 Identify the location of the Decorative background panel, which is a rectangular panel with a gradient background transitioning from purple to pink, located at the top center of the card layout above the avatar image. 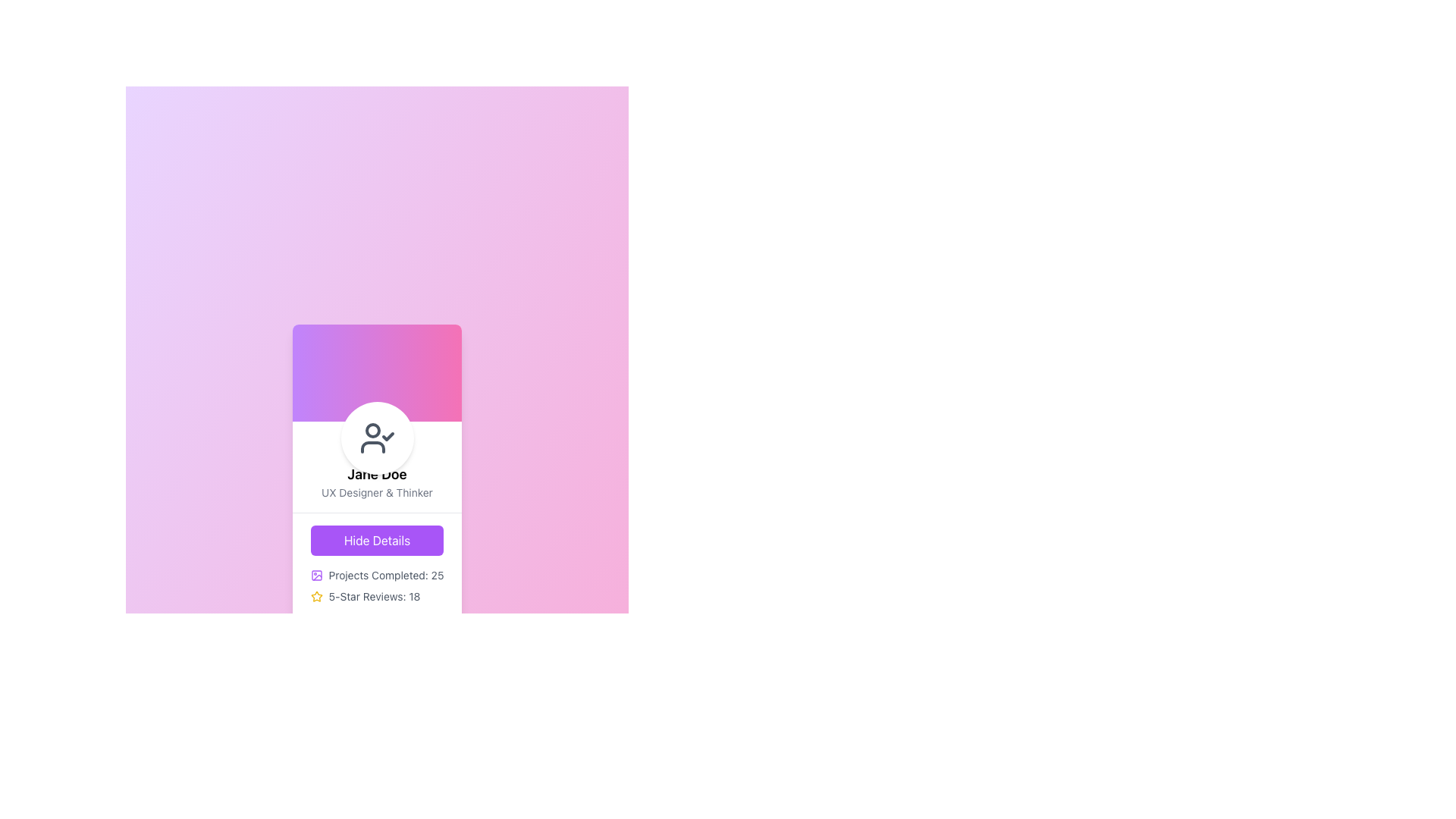
(377, 372).